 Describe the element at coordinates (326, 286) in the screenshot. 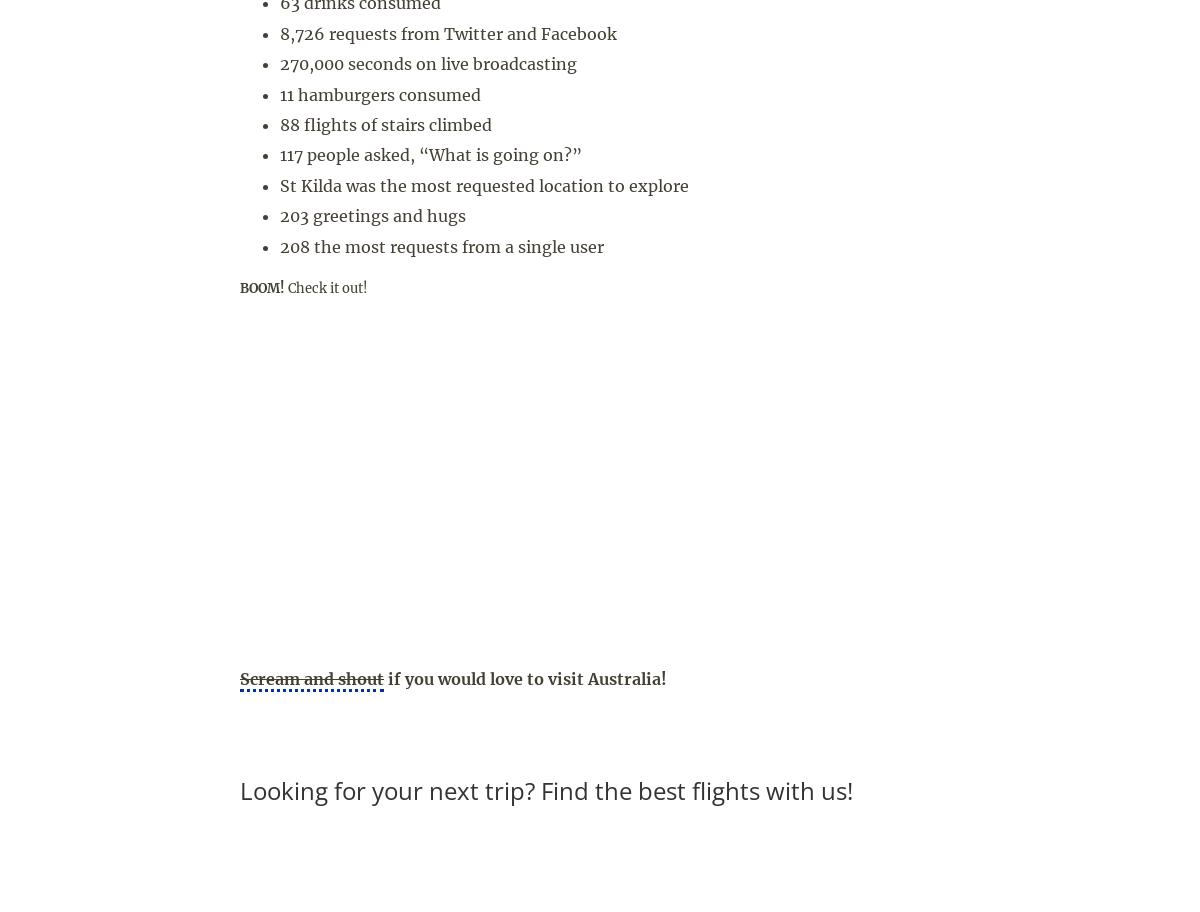

I see `'Check it out!'` at that location.